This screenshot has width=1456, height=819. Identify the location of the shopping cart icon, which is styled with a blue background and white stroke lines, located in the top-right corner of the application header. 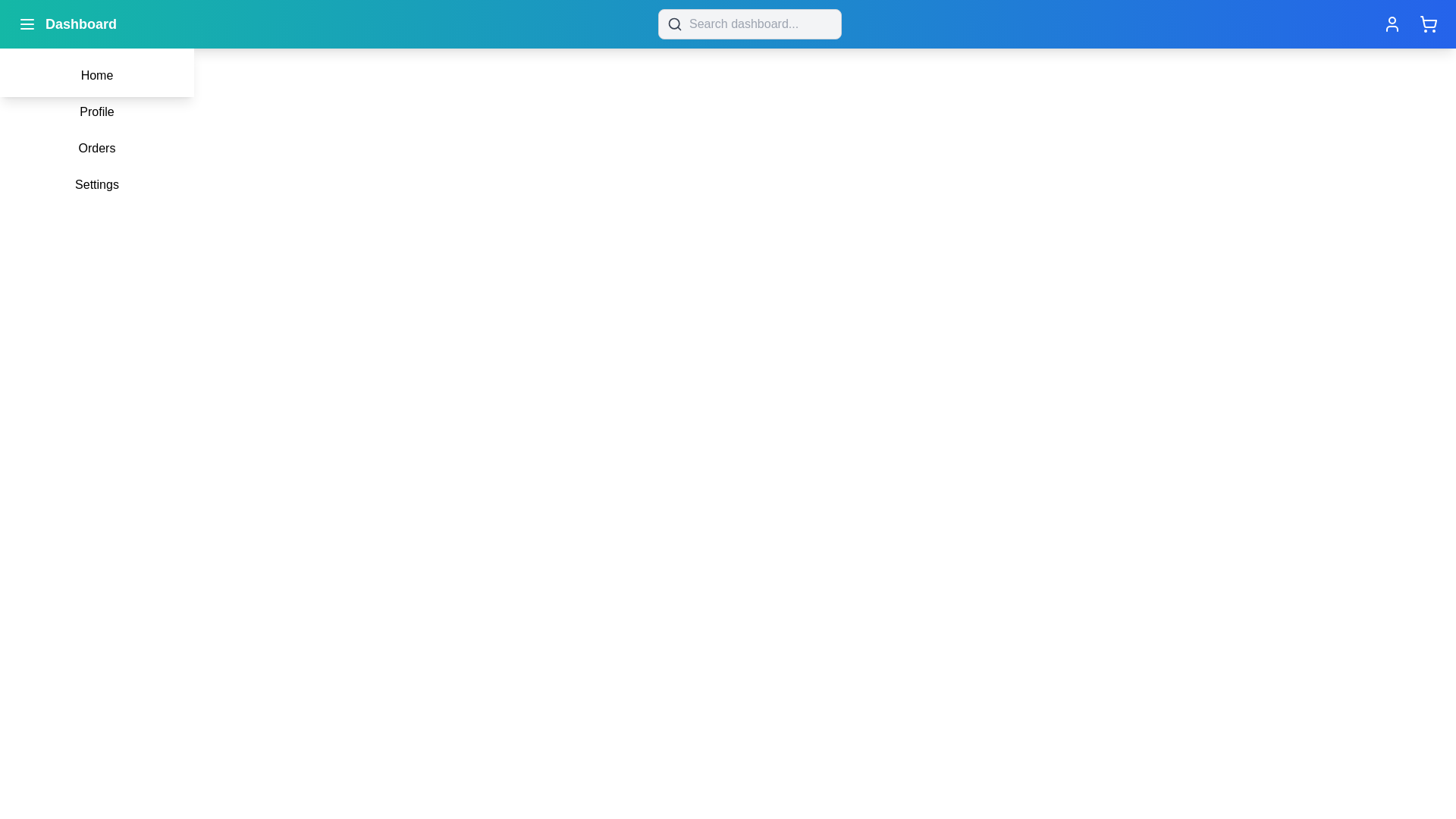
(1427, 24).